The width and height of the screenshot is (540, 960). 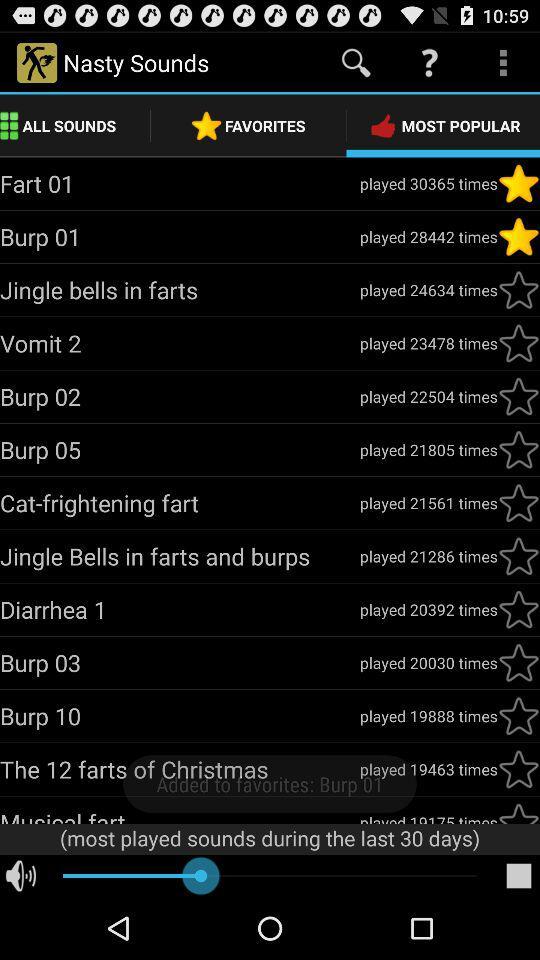 I want to click on favorite, so click(x=518, y=608).